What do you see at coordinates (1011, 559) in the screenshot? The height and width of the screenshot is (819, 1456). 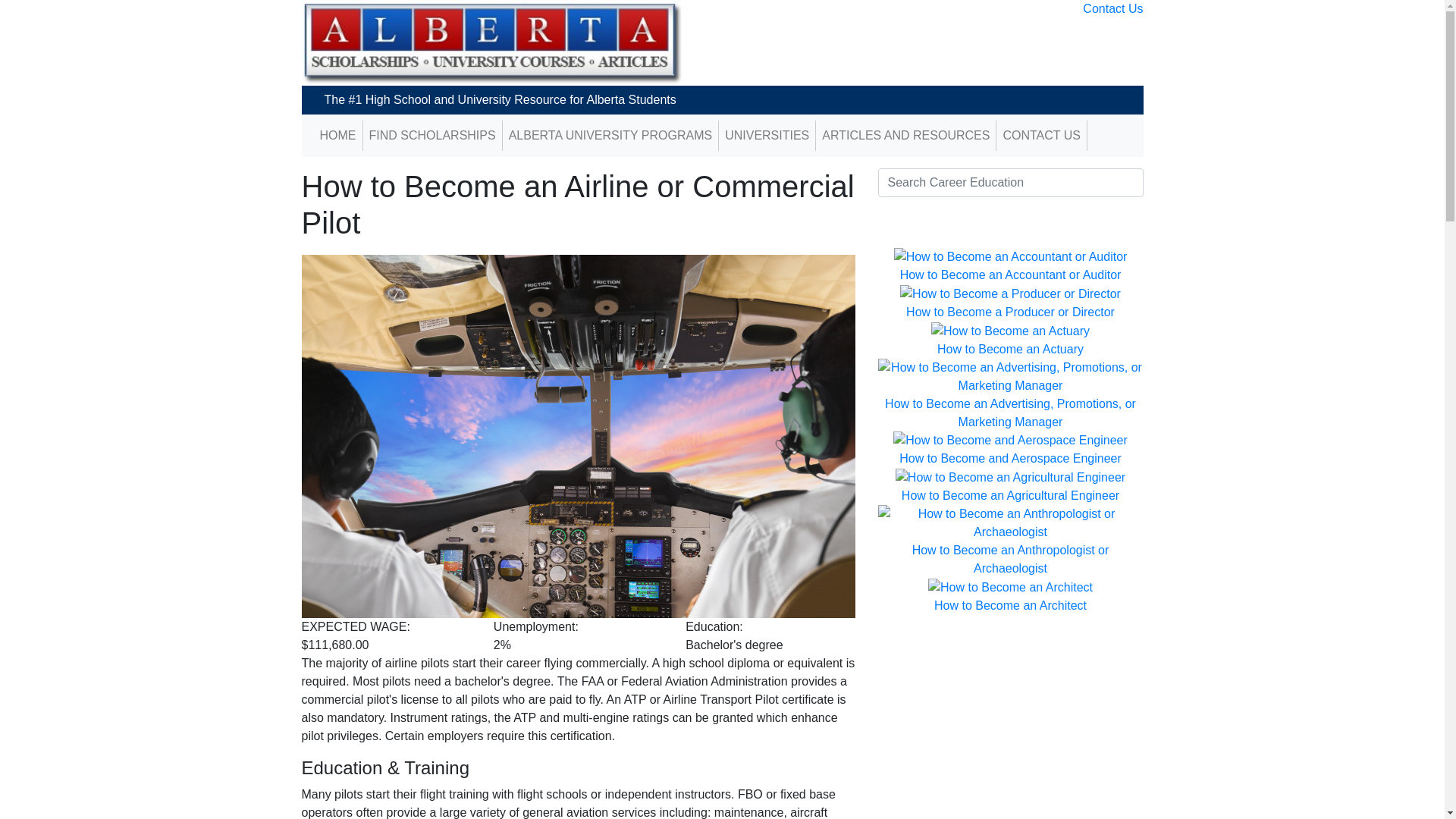 I see `'How to Become an Anthropologist or Archaeologist'` at bounding box center [1011, 559].